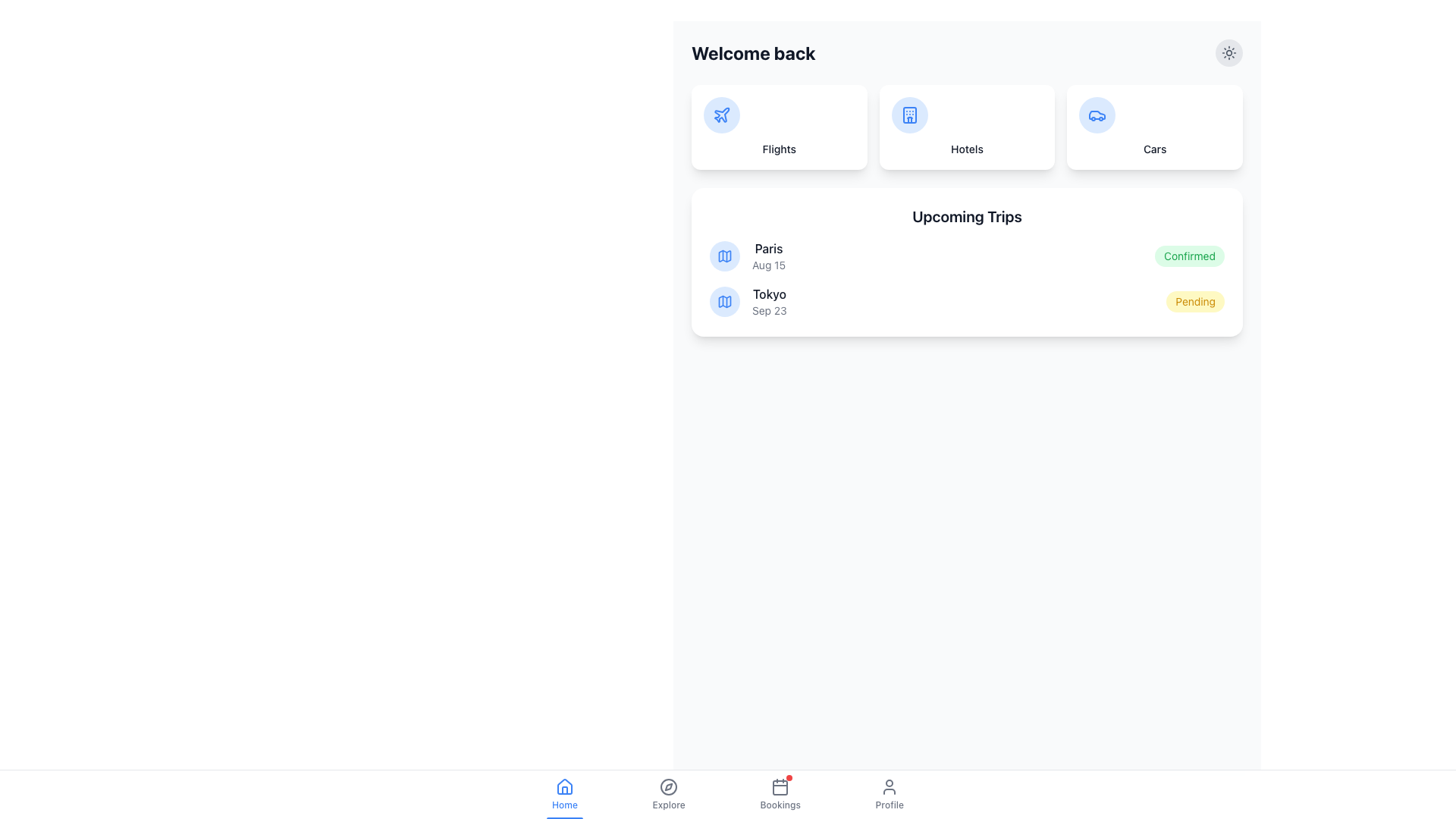 The width and height of the screenshot is (1456, 819). I want to click on the text label displaying 'Profile', which is the fourth item in the bottom navigation bar, located centrally below the user-profile icon, so click(890, 804).